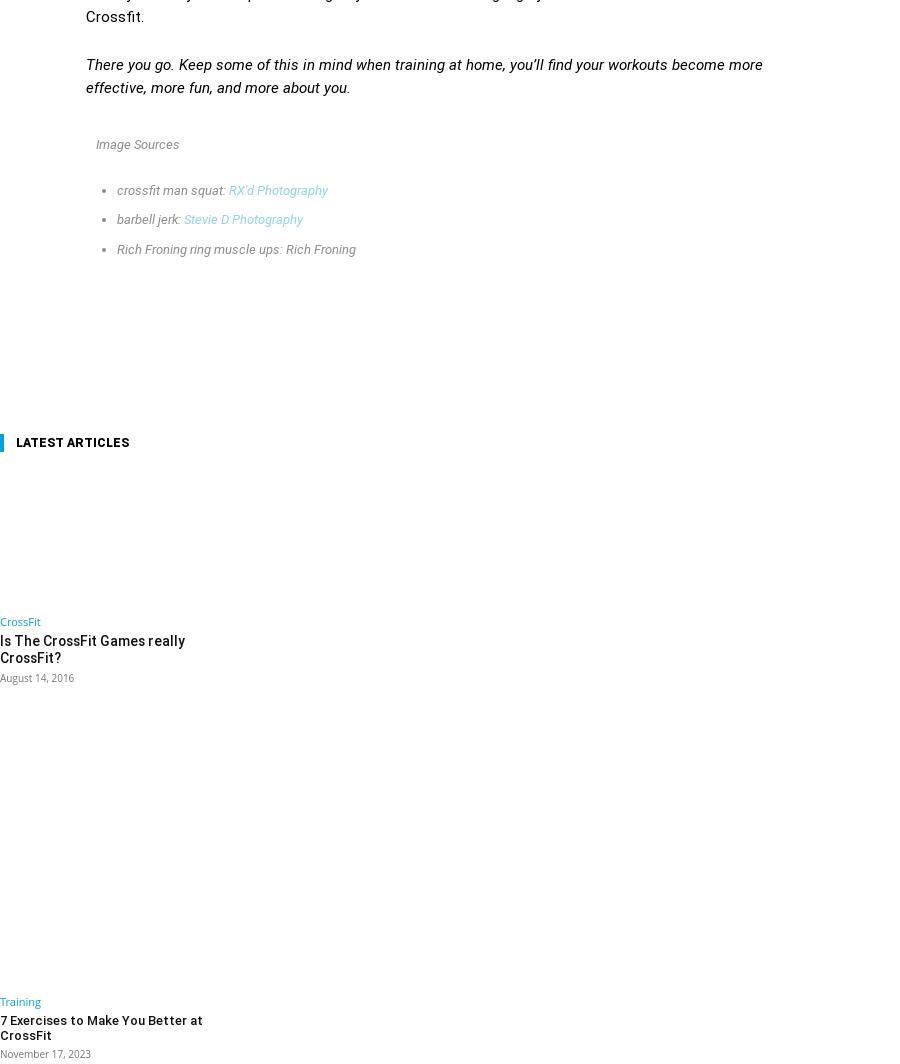 This screenshot has height=1064, width=900. What do you see at coordinates (71, 443) in the screenshot?
I see `'Latest articles'` at bounding box center [71, 443].